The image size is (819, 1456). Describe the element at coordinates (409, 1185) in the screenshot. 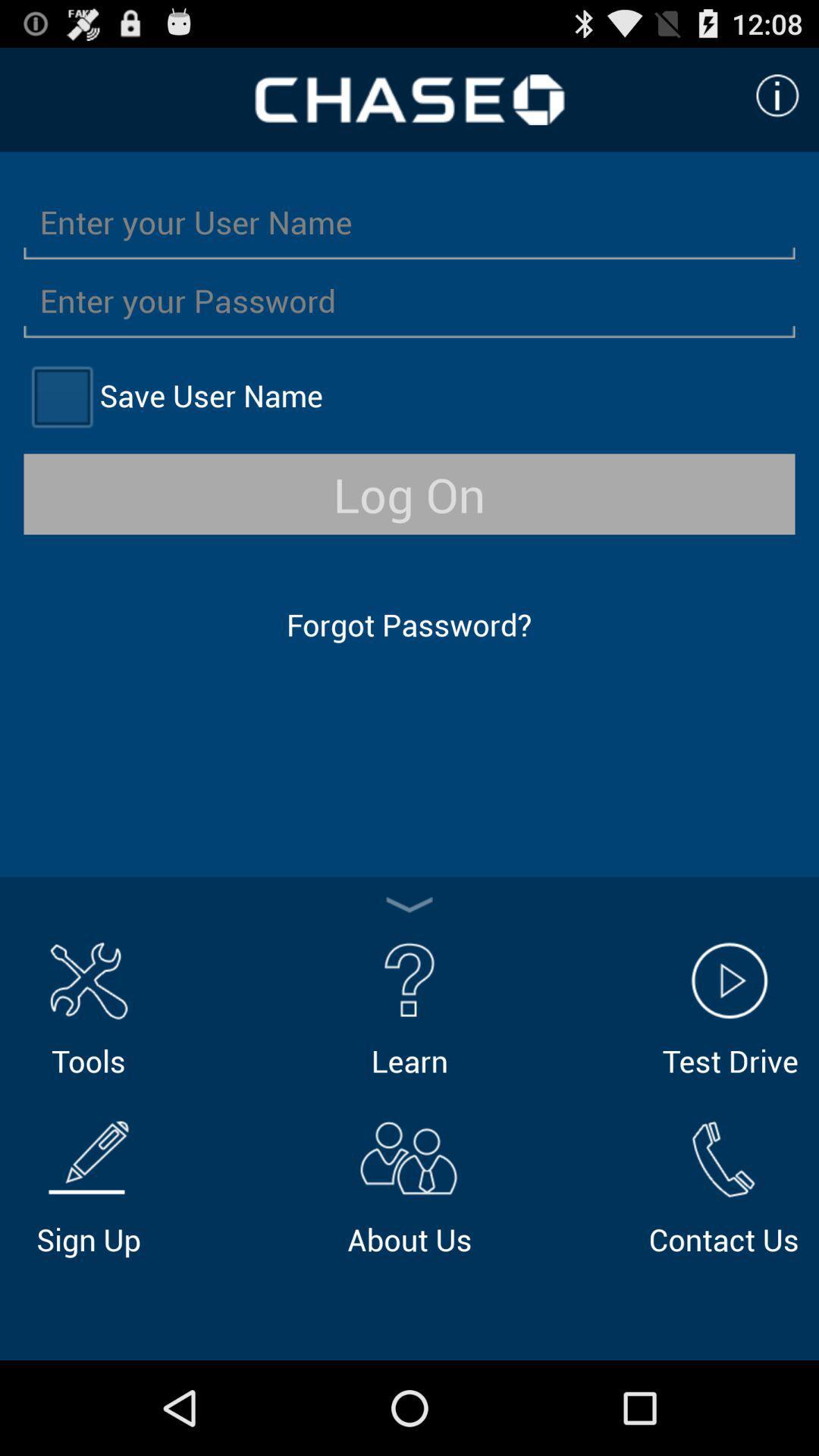

I see `about us icon` at that location.